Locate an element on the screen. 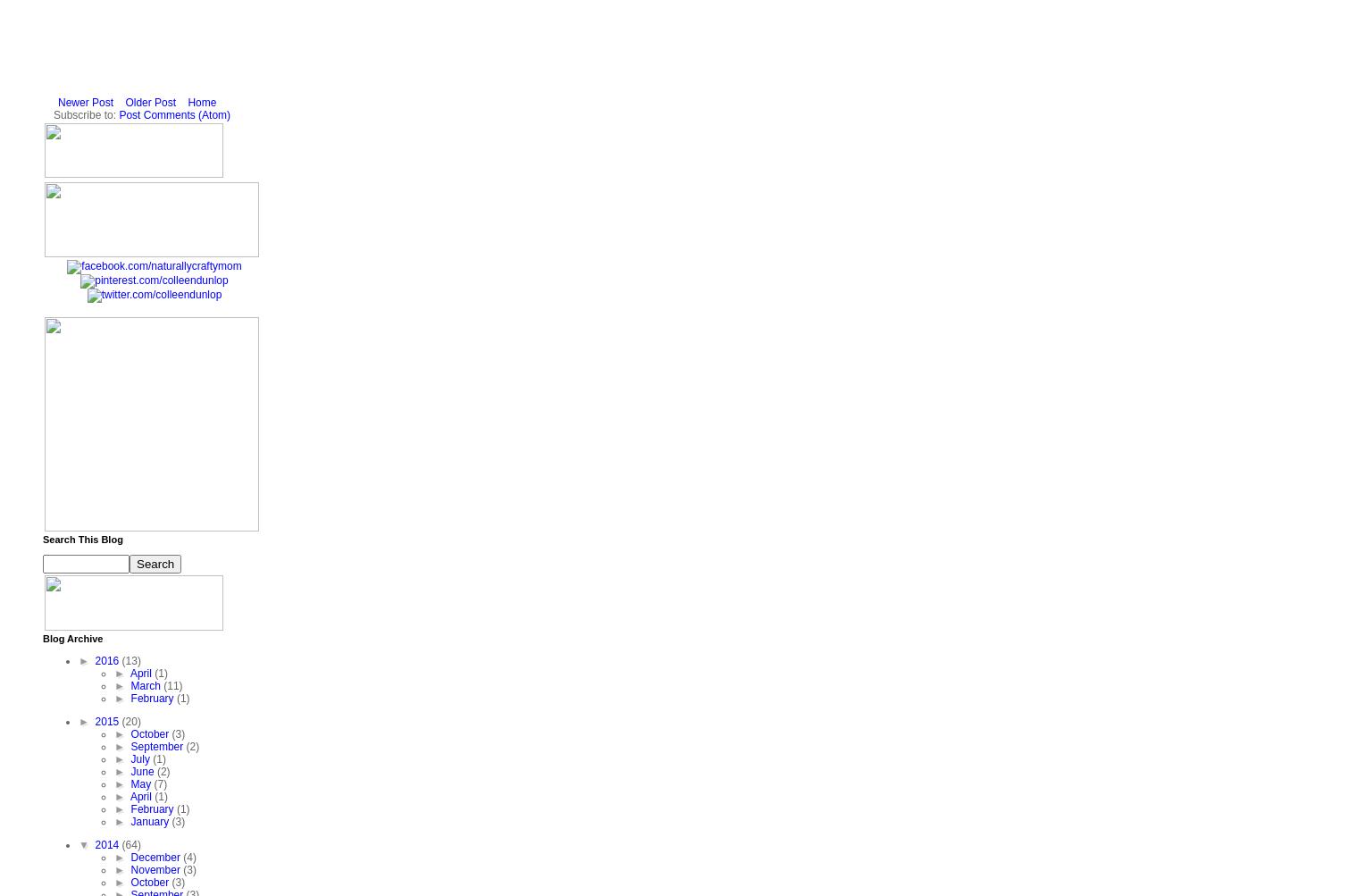 The width and height of the screenshot is (1347, 896). 'December' is located at coordinates (156, 856).